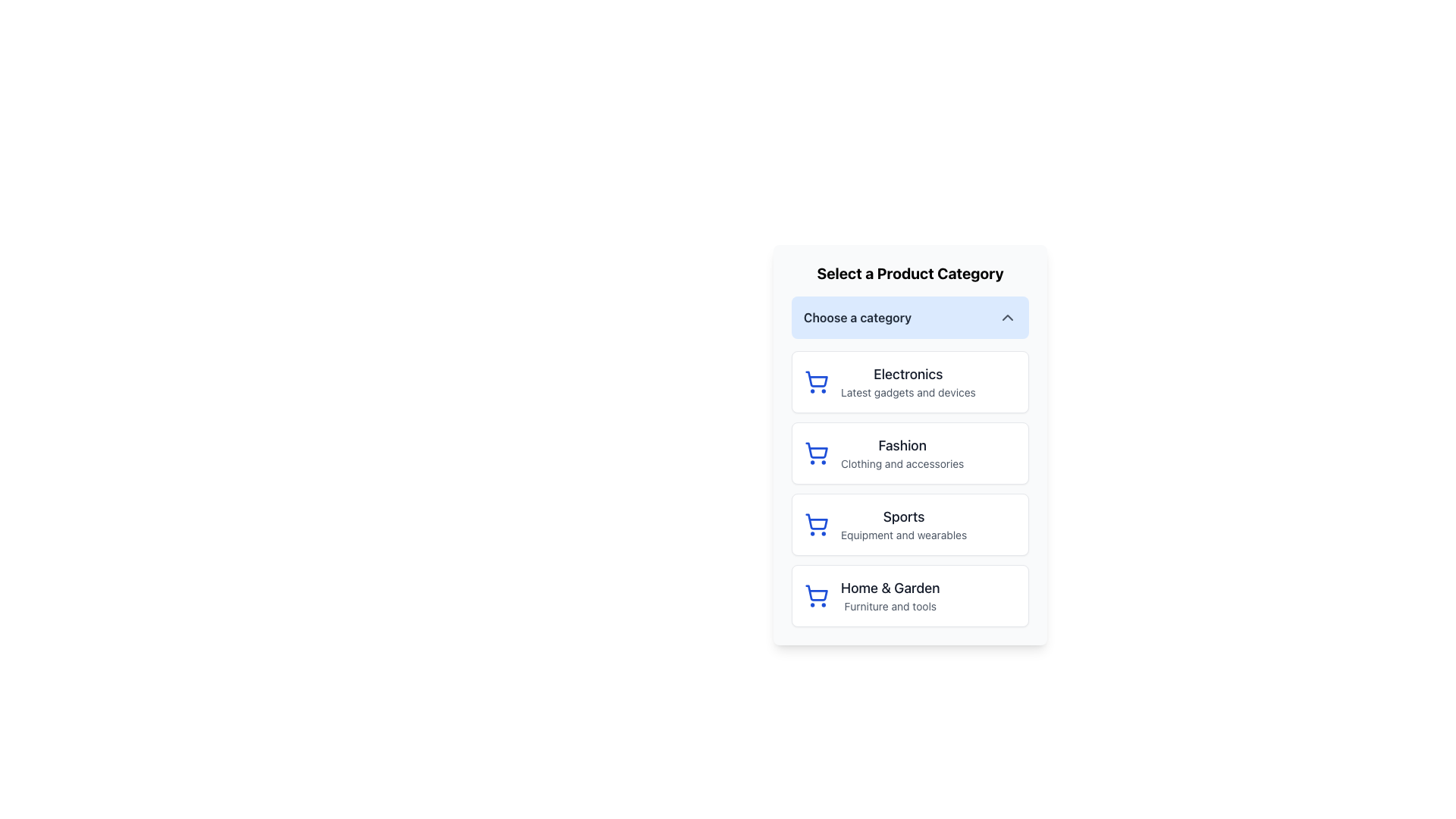 The image size is (1456, 819). I want to click on descriptive text label for the 'Sports' category, positioned below the main heading 'Sports' and aligned to the left margin, so click(904, 534).